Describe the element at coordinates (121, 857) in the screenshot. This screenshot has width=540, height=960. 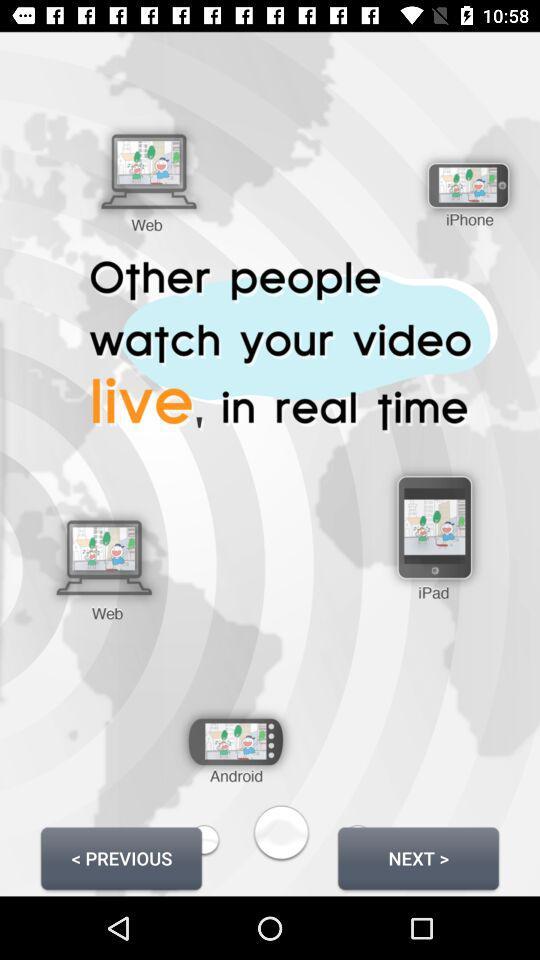
I see `item next to the next > icon` at that location.